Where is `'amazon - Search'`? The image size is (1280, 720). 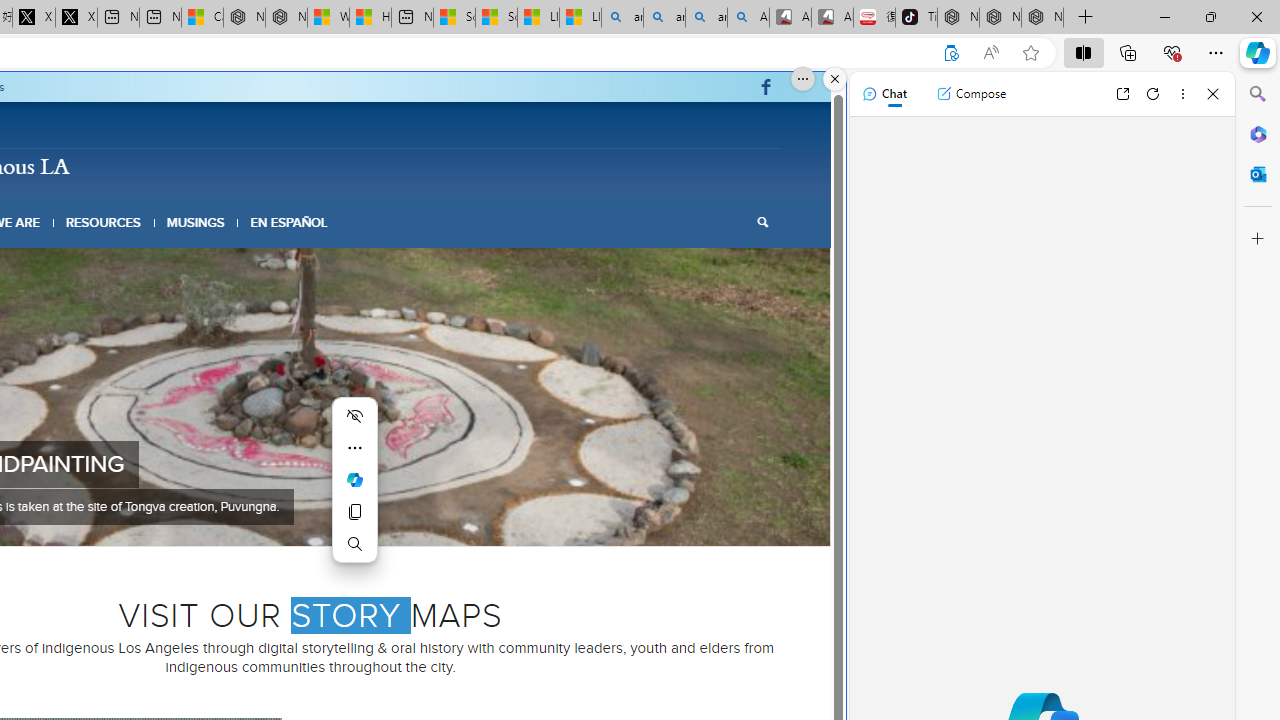
'amazon - Search' is located at coordinates (664, 17).